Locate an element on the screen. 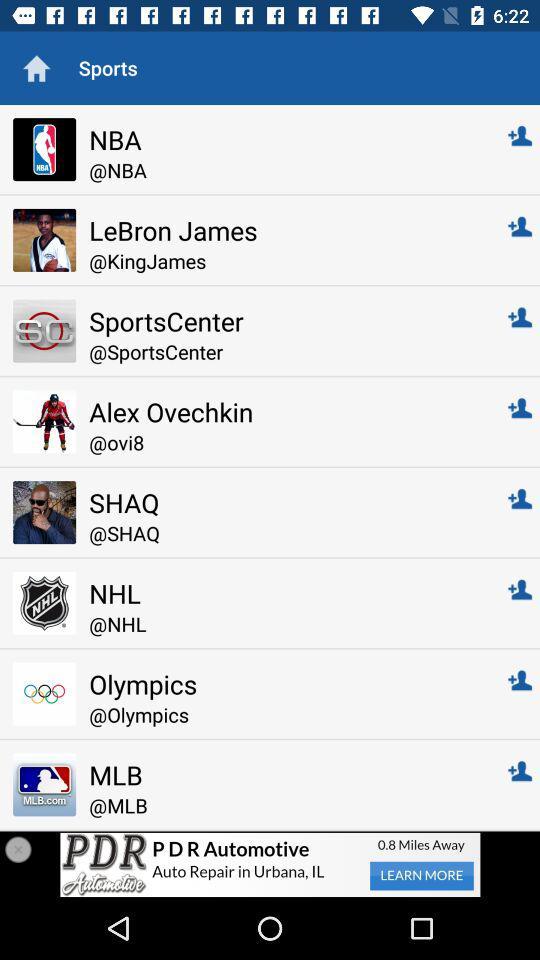 The height and width of the screenshot is (960, 540). the item above @kingjames icon is located at coordinates (284, 230).